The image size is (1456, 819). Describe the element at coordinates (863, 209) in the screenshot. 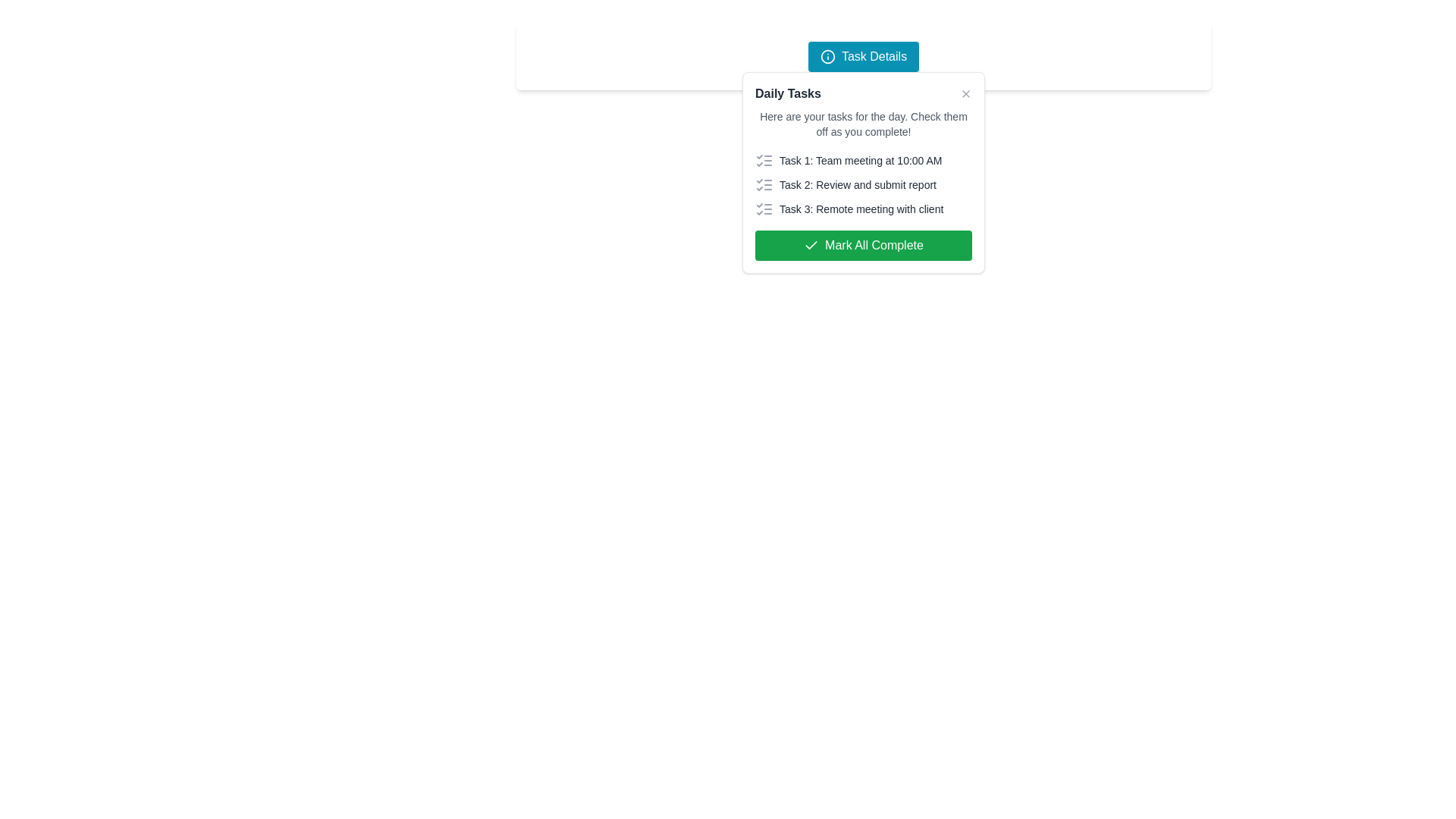

I see `the text label 'Task 3: Remote meeting with client' with a checklist icon, which is the third item in the 'Daily Tasks' popup` at that location.